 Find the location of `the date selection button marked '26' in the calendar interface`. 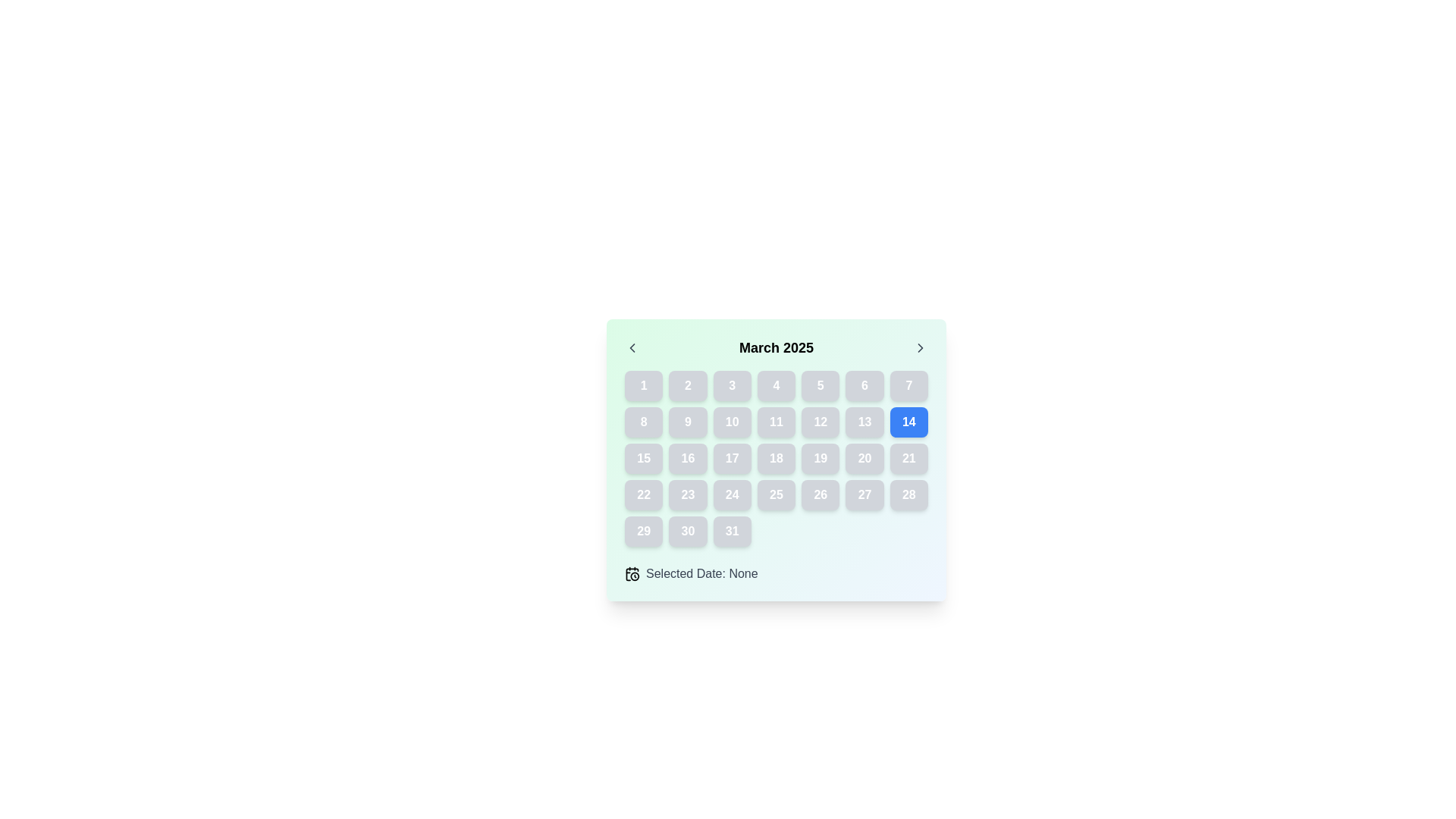

the date selection button marked '26' in the calendar interface is located at coordinates (820, 494).